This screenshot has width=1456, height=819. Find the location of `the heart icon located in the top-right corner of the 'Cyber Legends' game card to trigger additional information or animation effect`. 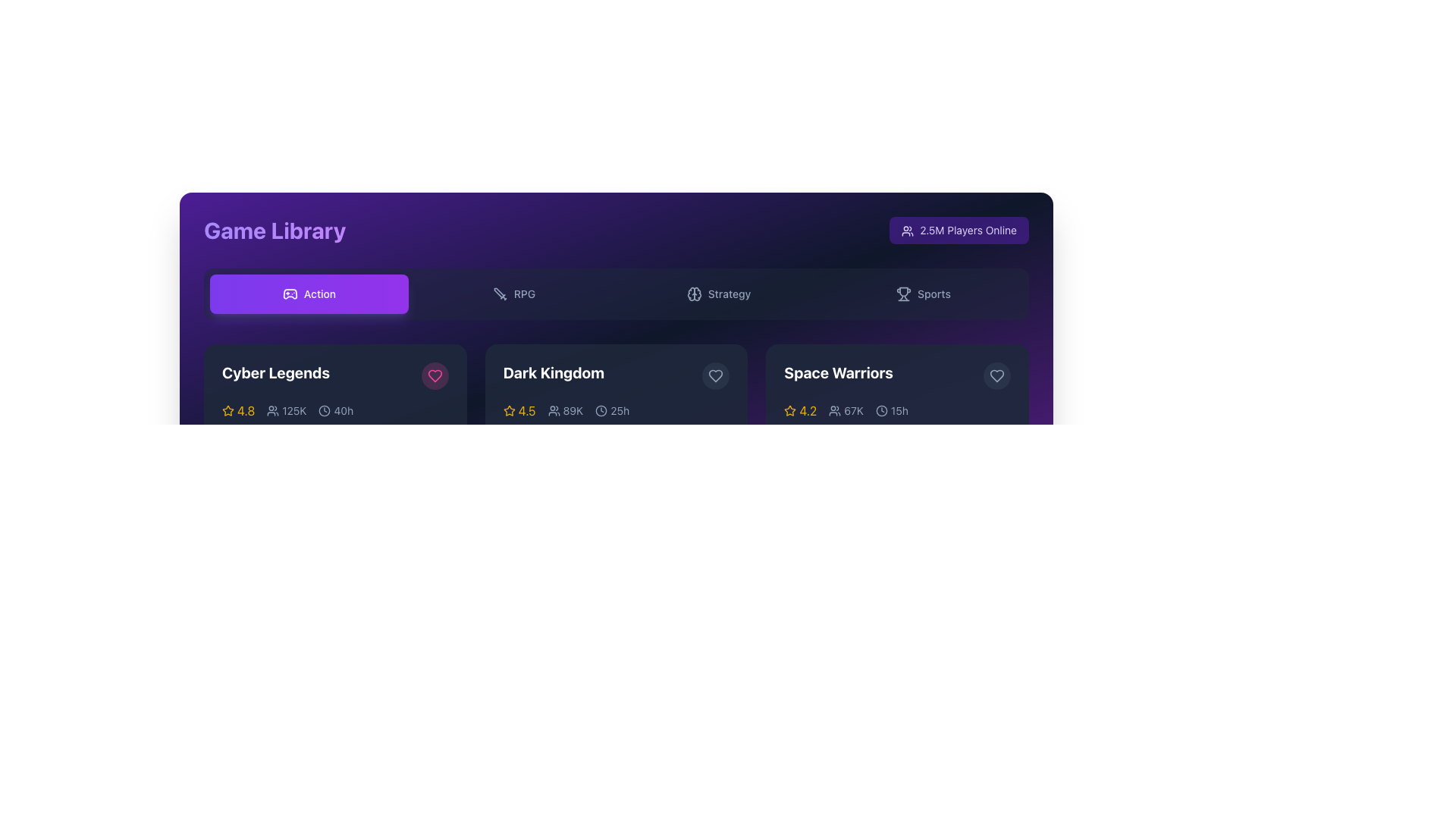

the heart icon located in the top-right corner of the 'Cyber Legends' game card to trigger additional information or animation effect is located at coordinates (434, 375).